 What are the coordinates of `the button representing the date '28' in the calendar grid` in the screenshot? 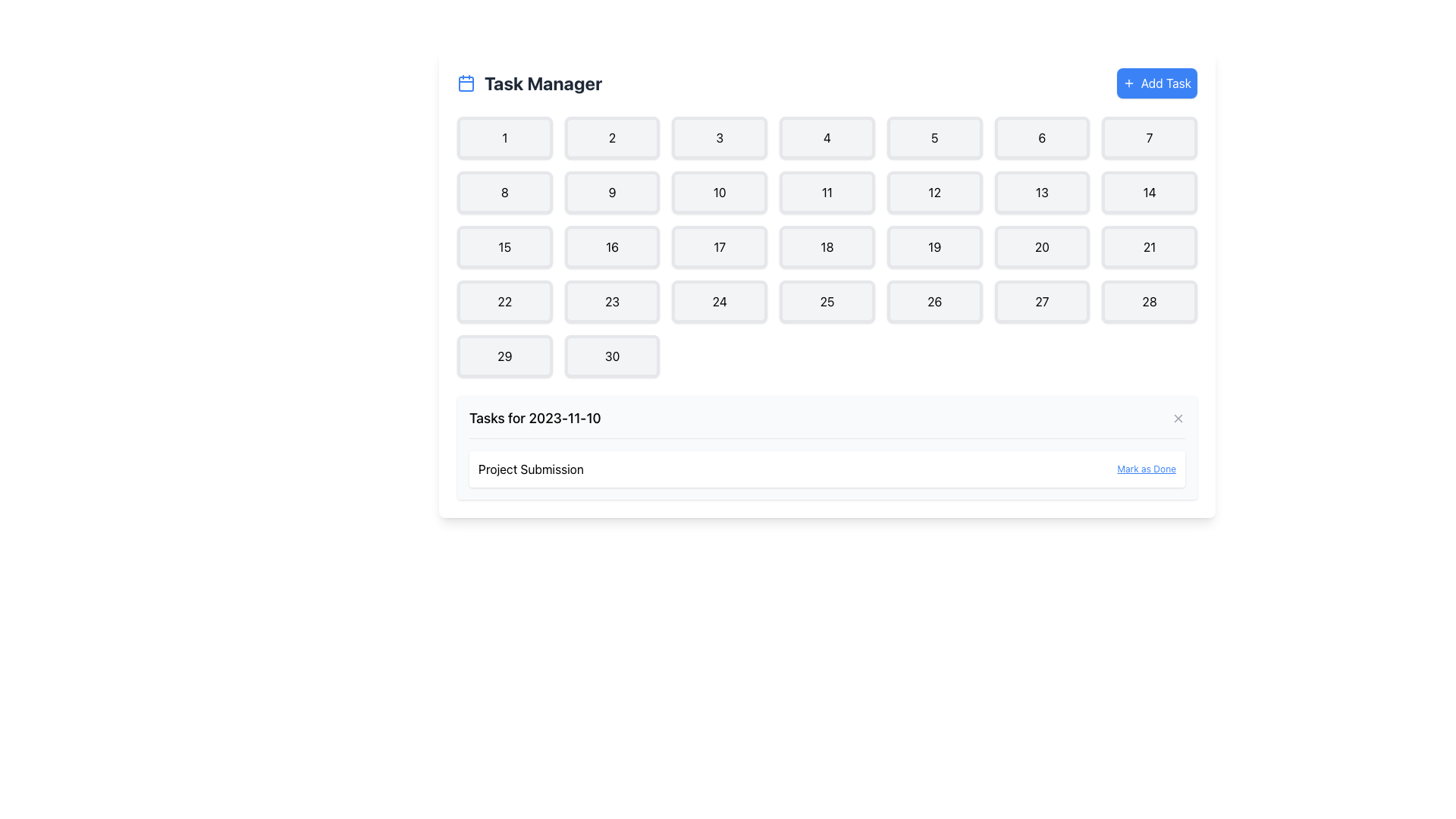 It's located at (1150, 301).